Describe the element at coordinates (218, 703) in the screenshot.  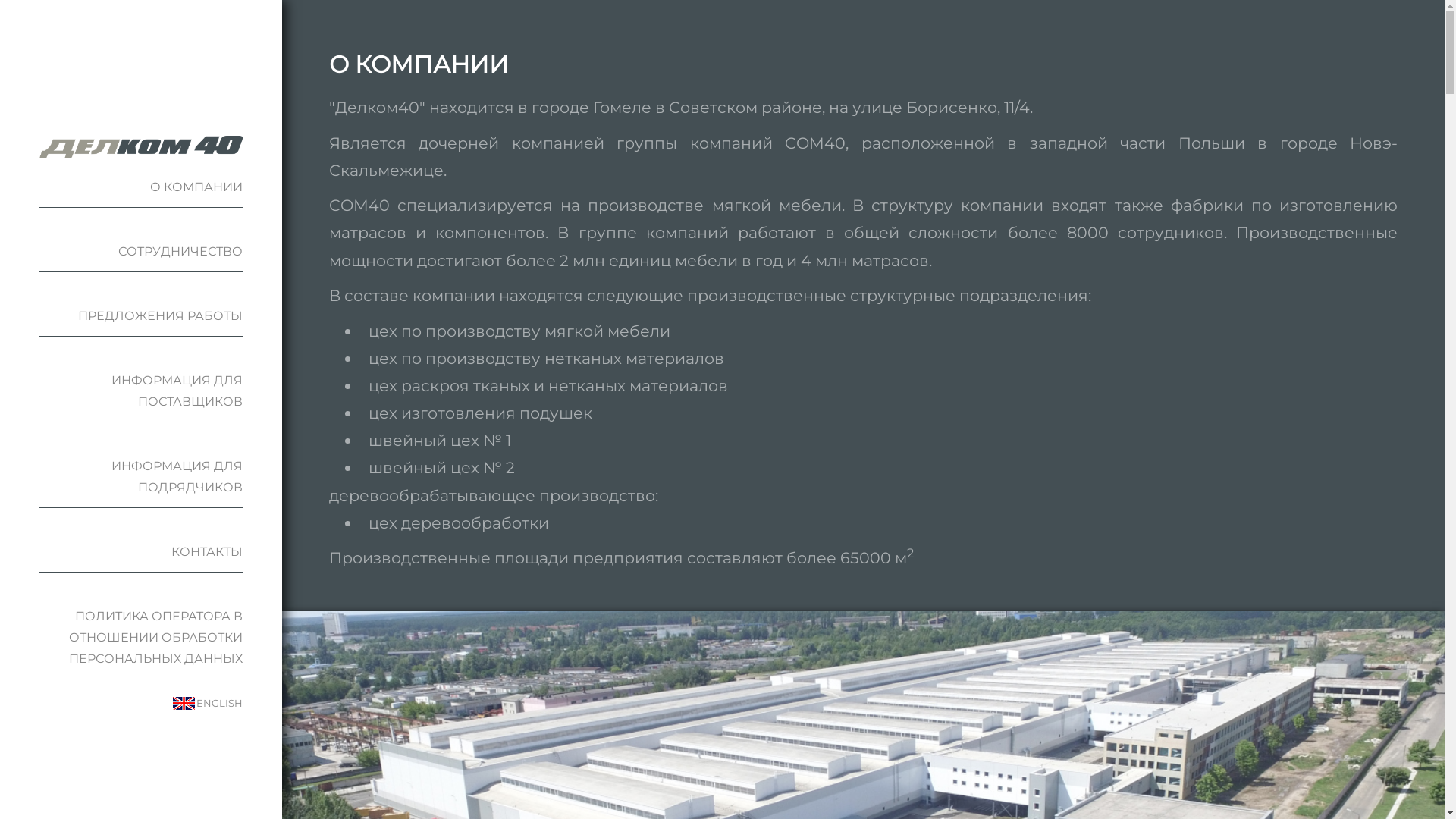
I see `'ENGLISH'` at that location.